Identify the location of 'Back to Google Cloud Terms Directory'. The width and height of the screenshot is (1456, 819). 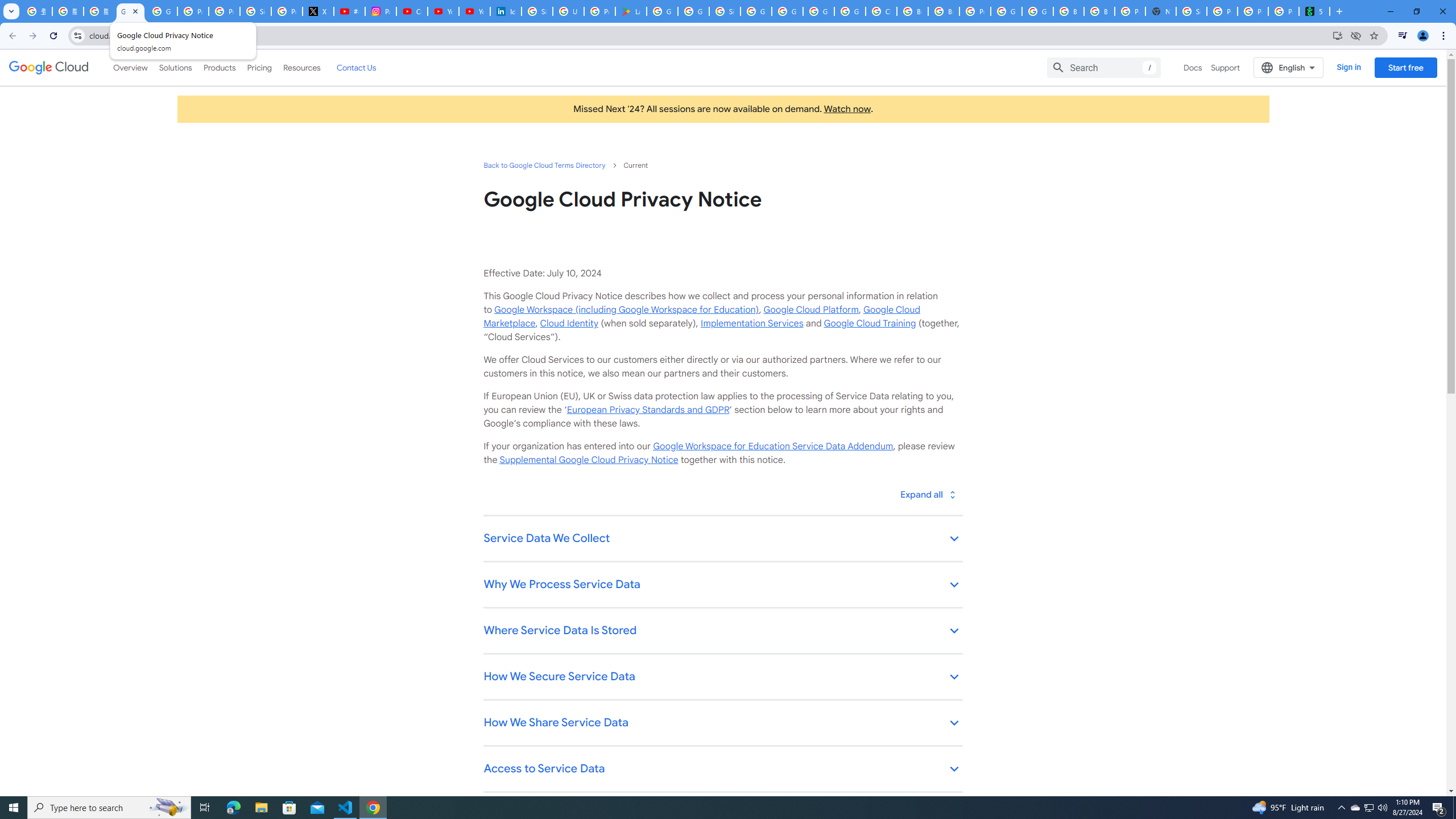
(544, 165).